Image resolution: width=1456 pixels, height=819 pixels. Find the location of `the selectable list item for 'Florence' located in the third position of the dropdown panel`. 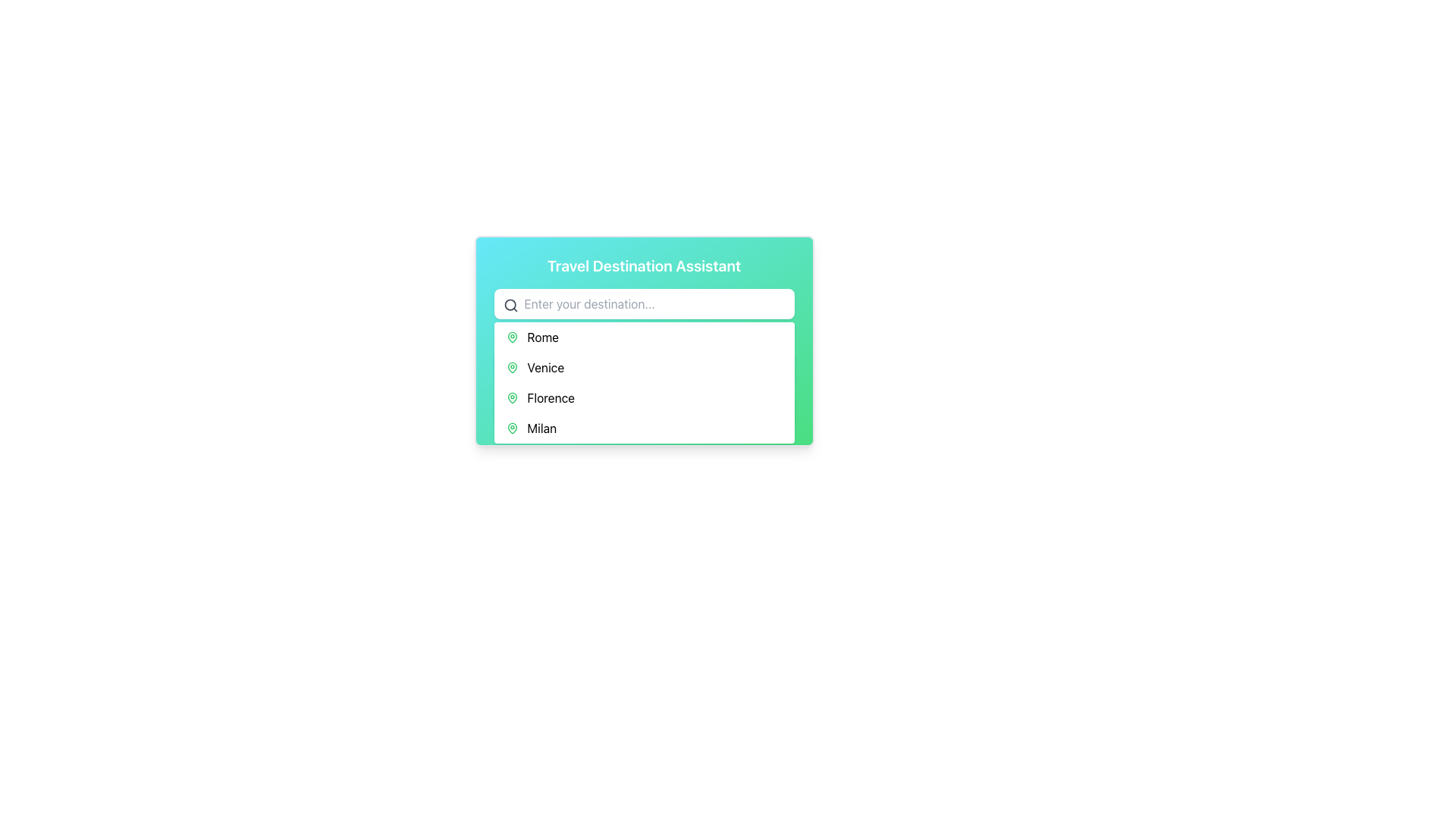

the selectable list item for 'Florence' located in the third position of the dropdown panel is located at coordinates (644, 397).